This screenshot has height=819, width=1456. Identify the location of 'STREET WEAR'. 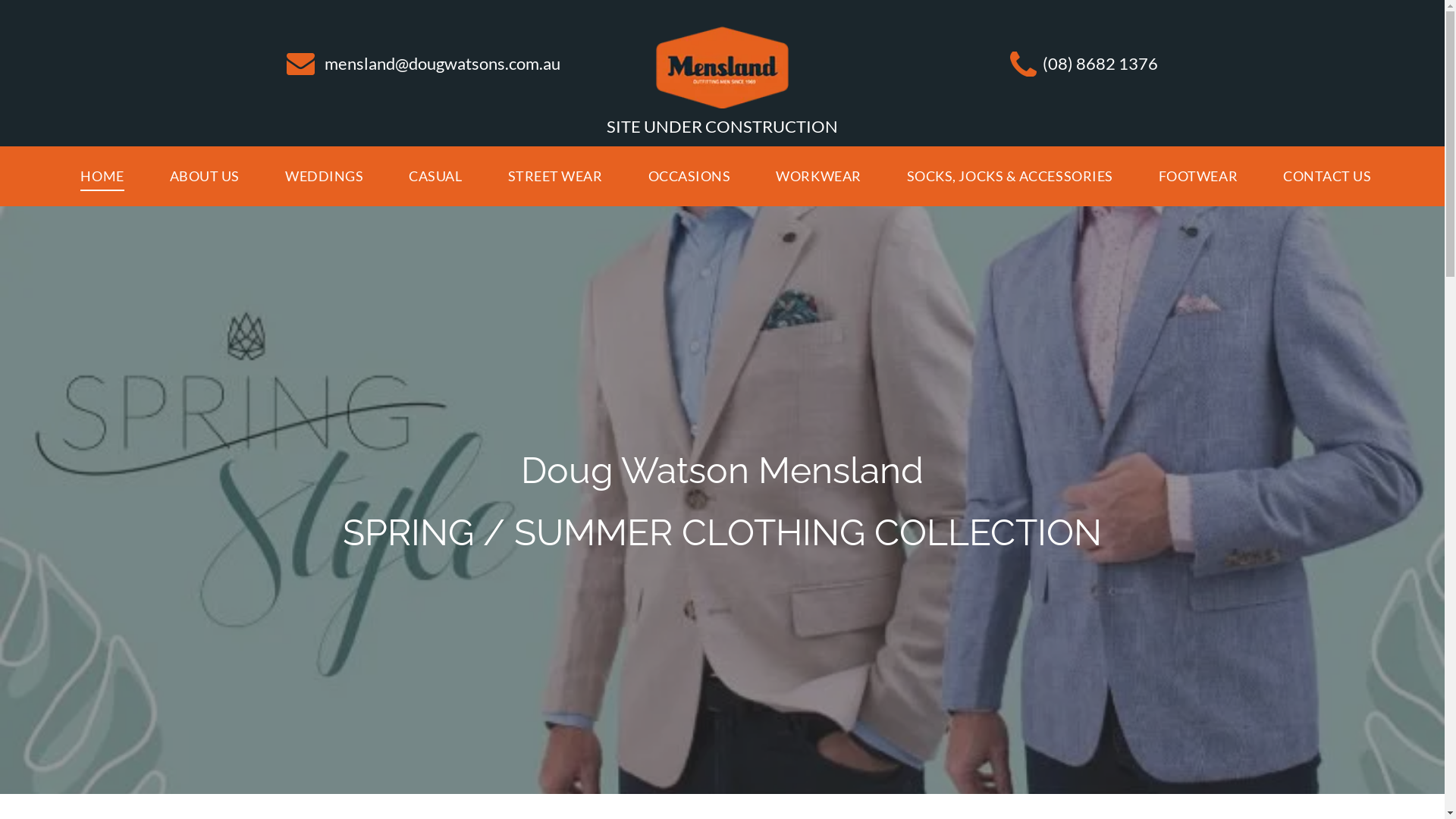
(554, 175).